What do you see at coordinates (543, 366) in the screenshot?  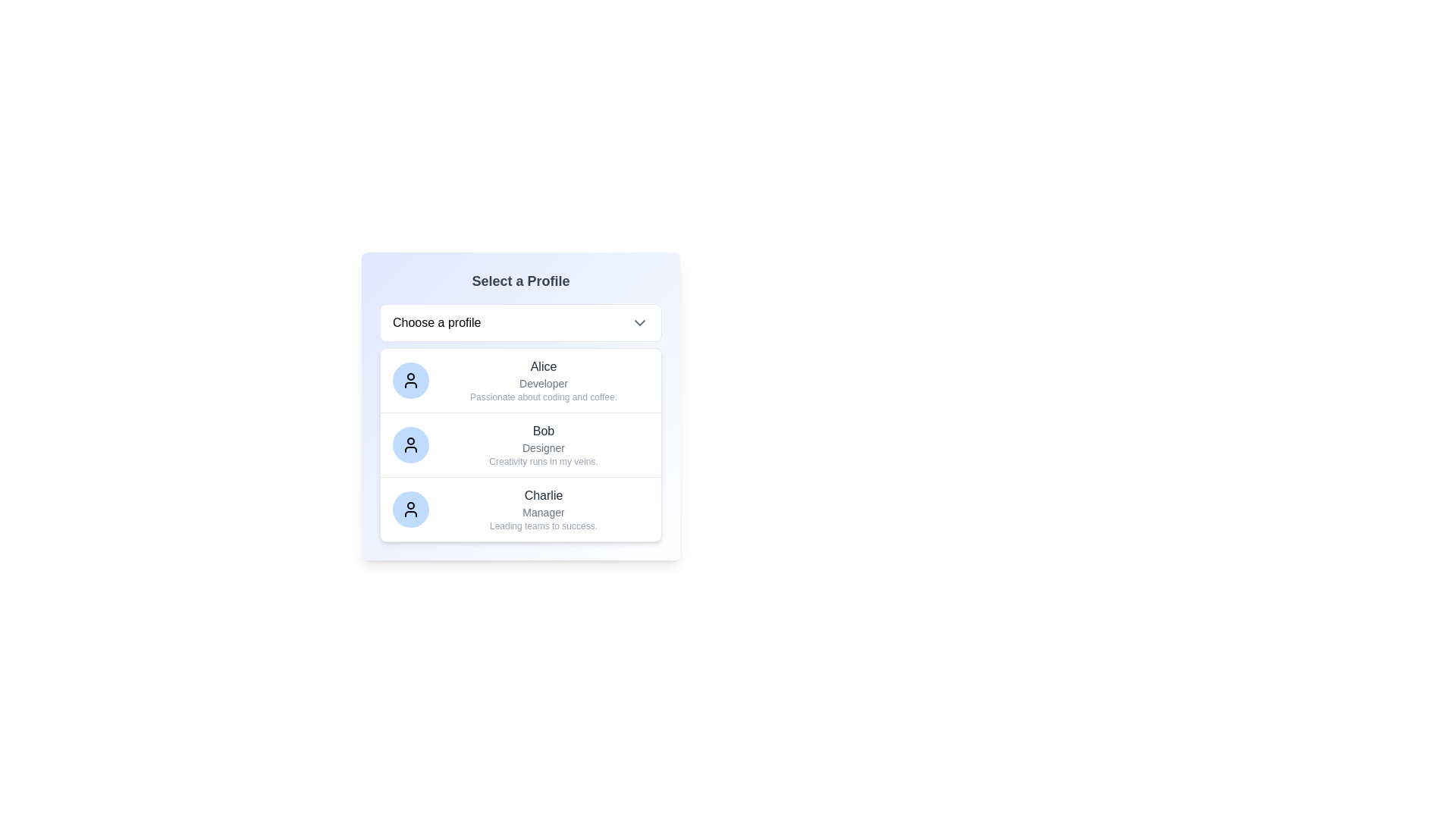 I see `static text label that displays the name 'Alice' in bold gray text, located at the top-left of the entry card in the profile list interface` at bounding box center [543, 366].